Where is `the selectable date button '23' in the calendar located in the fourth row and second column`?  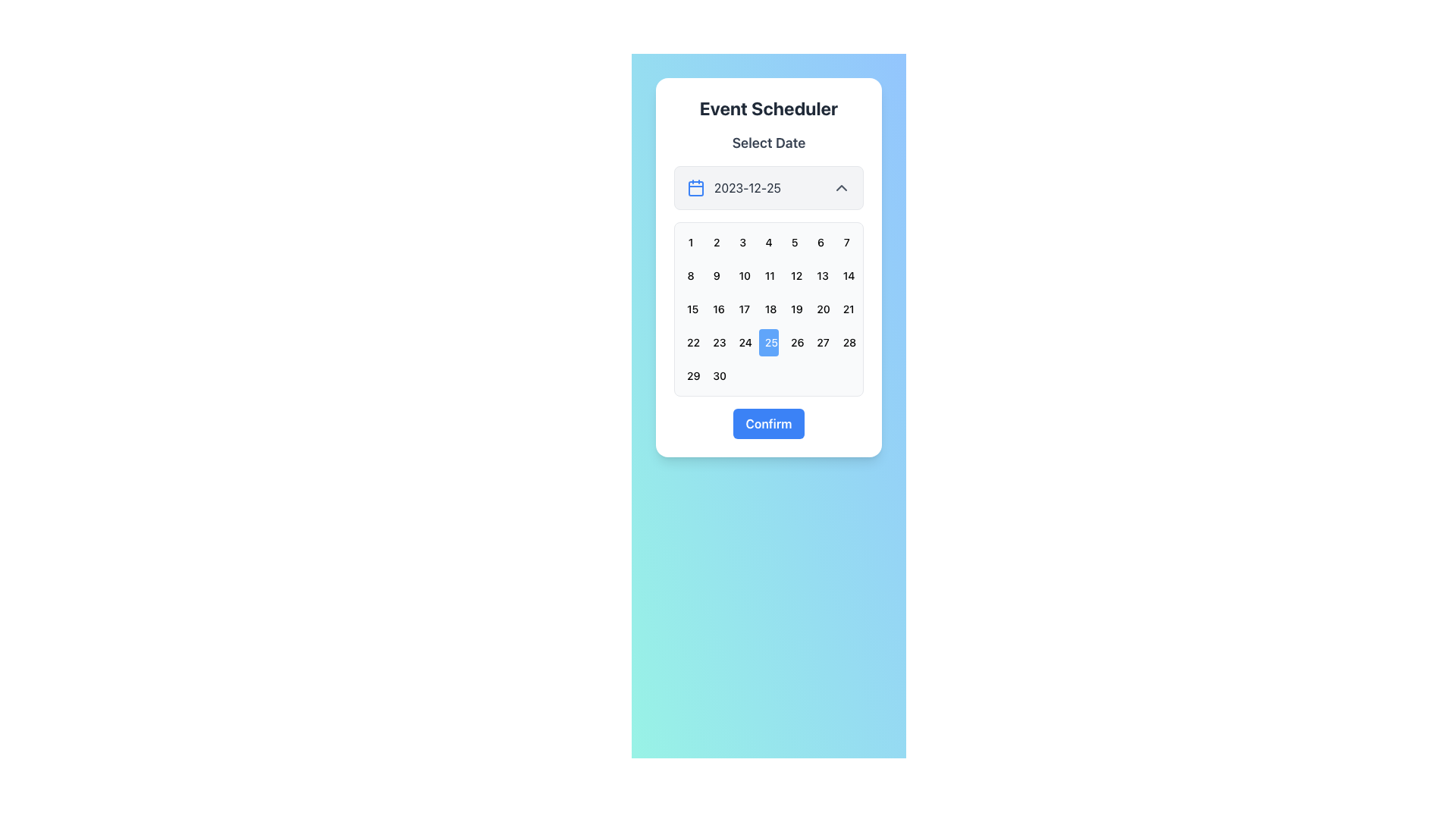
the selectable date button '23' in the calendar located in the fourth row and second column is located at coordinates (716, 342).